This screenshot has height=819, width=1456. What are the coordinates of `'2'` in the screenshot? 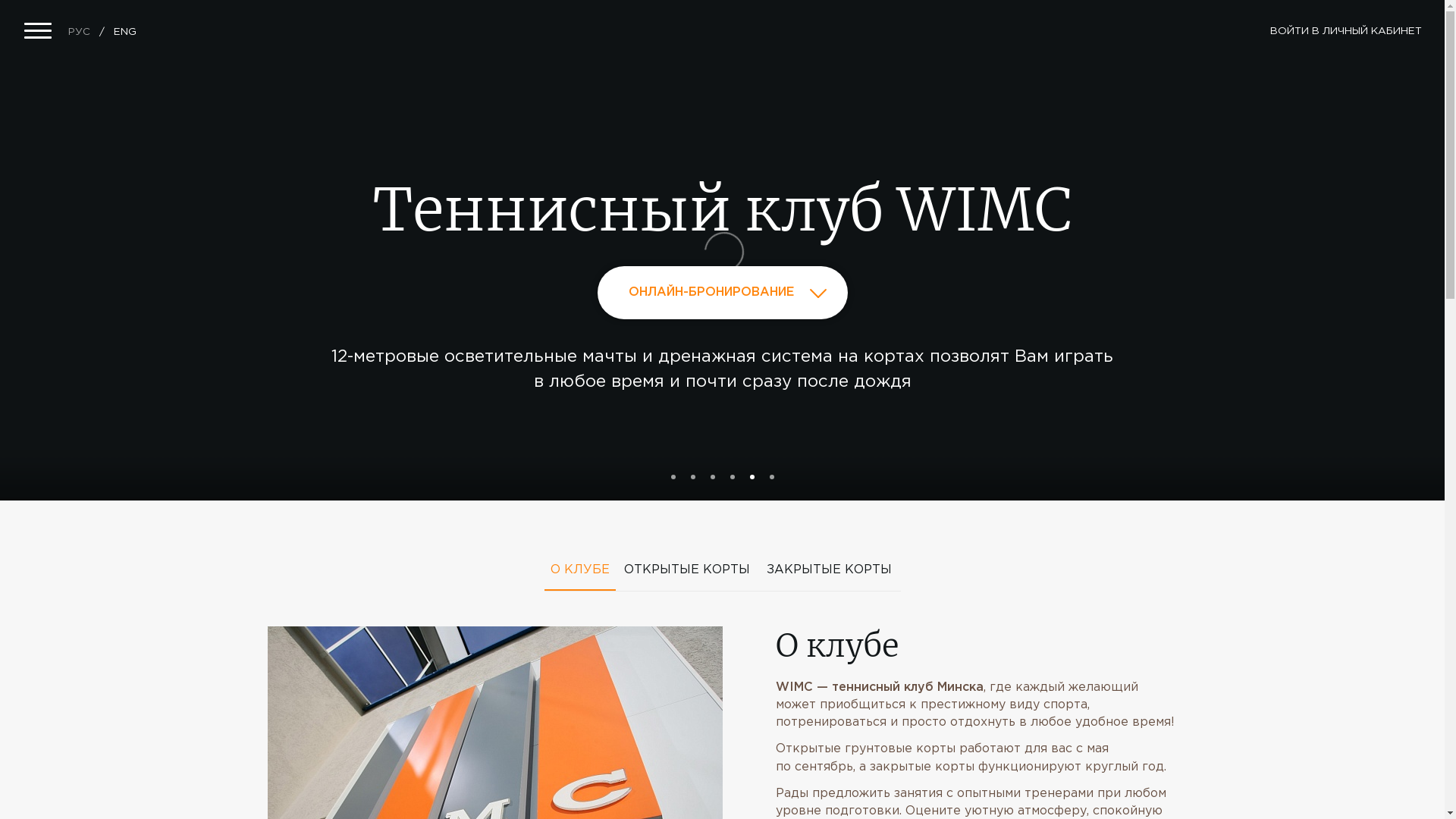 It's located at (691, 475).